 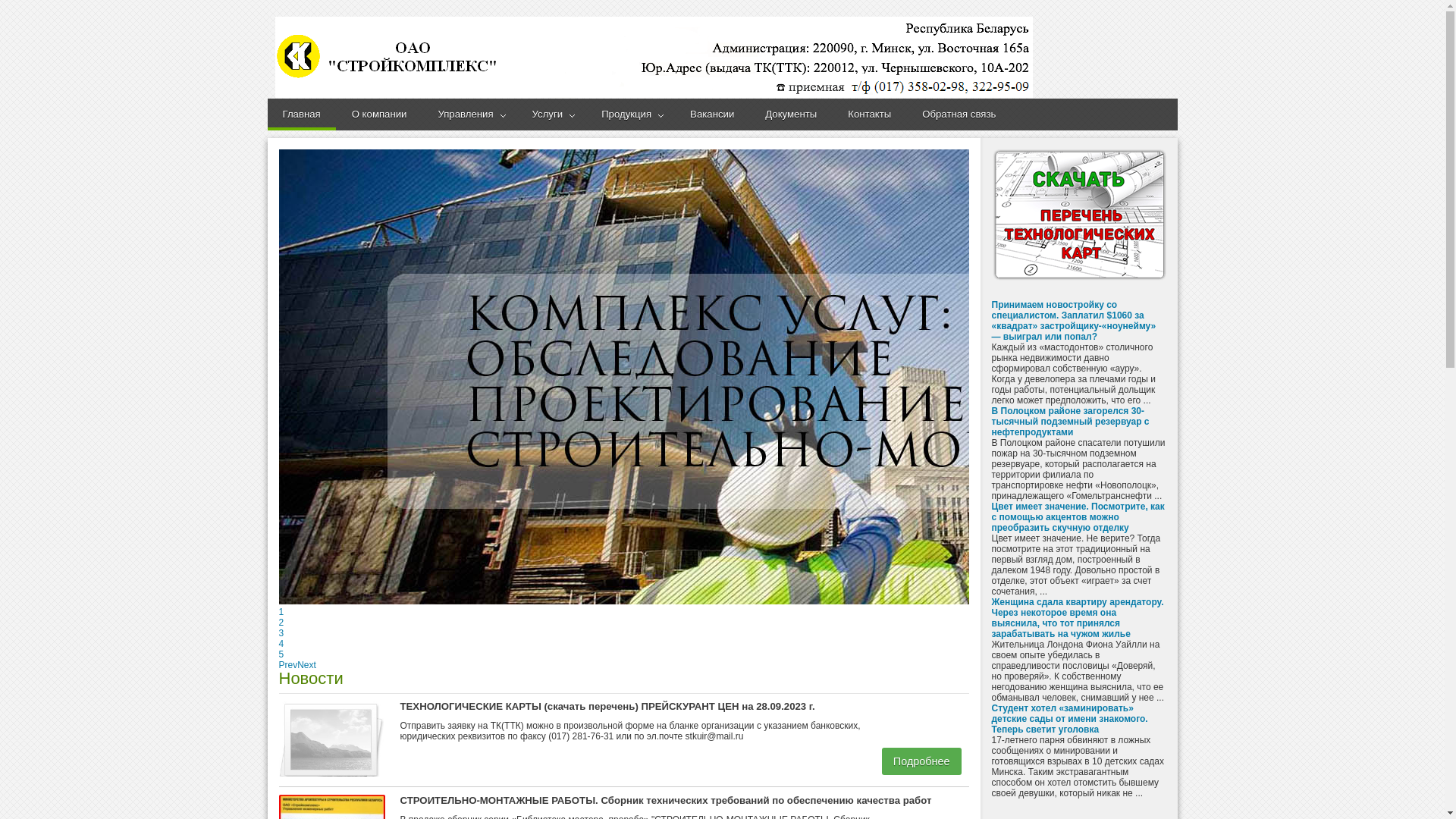 What do you see at coordinates (281, 632) in the screenshot?
I see `'3'` at bounding box center [281, 632].